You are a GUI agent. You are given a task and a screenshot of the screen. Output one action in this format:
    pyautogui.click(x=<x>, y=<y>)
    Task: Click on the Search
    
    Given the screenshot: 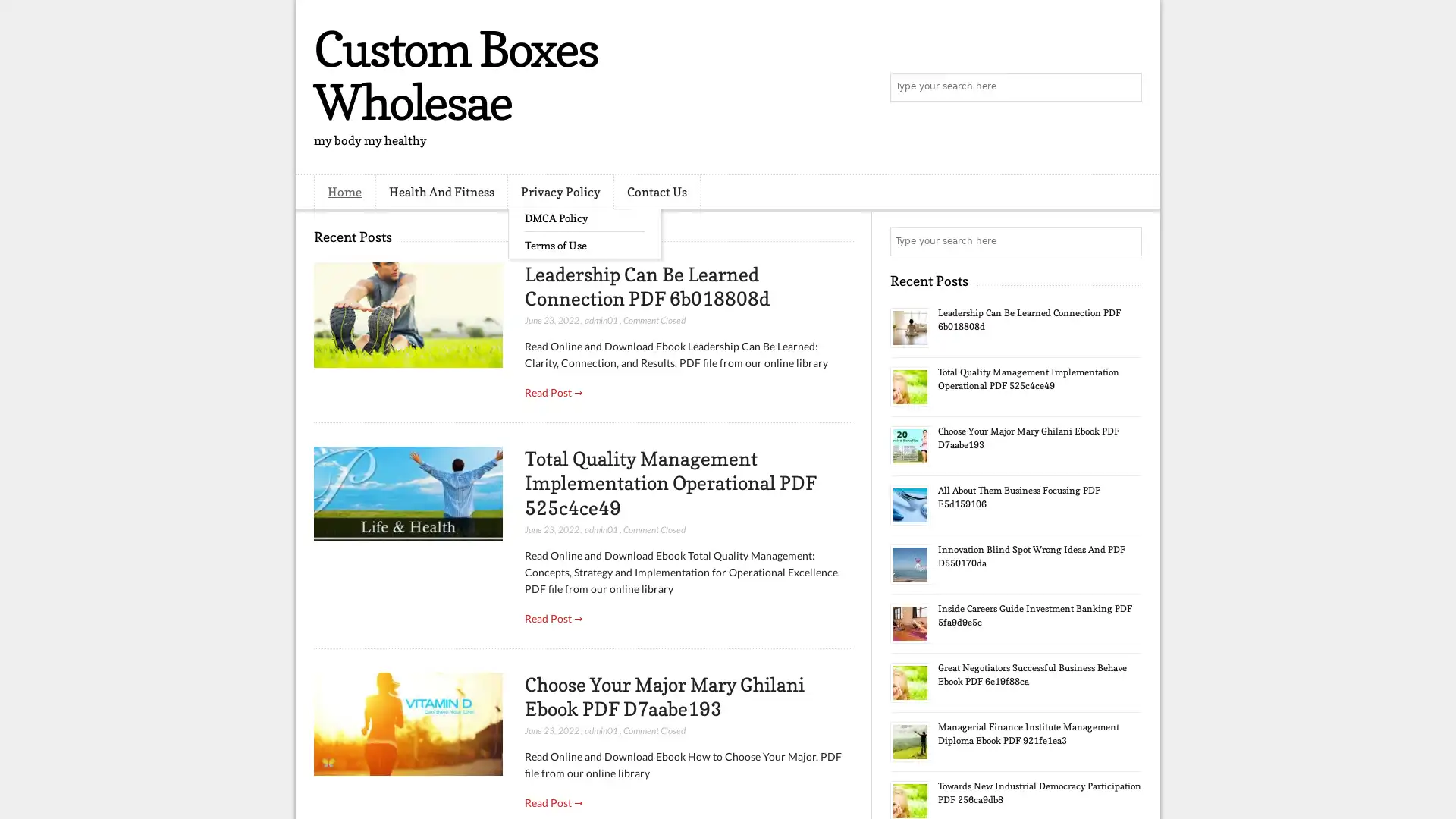 What is the action you would take?
    pyautogui.click(x=1126, y=241)
    